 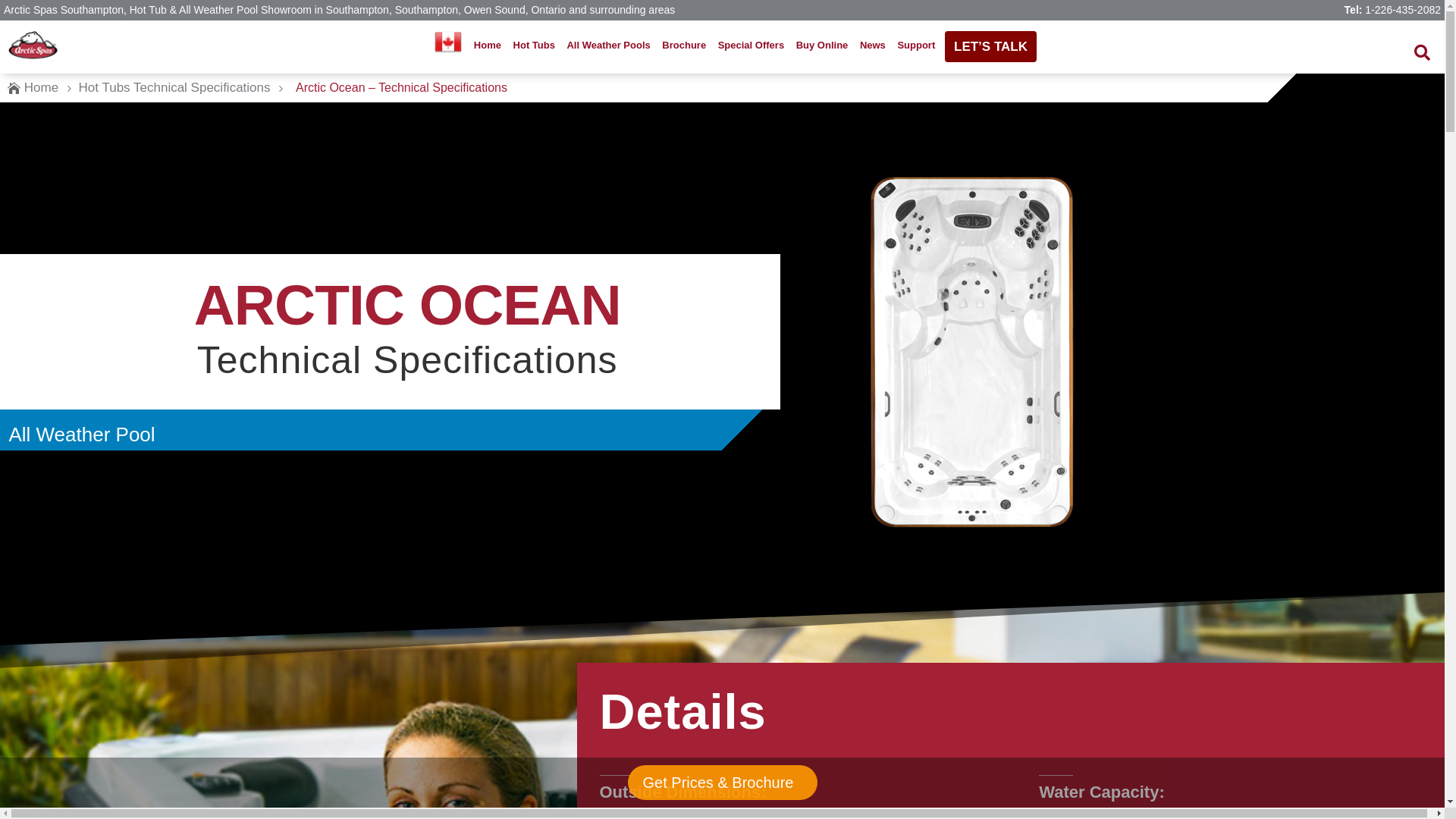 What do you see at coordinates (24, 87) in the screenshot?
I see `'Home'` at bounding box center [24, 87].